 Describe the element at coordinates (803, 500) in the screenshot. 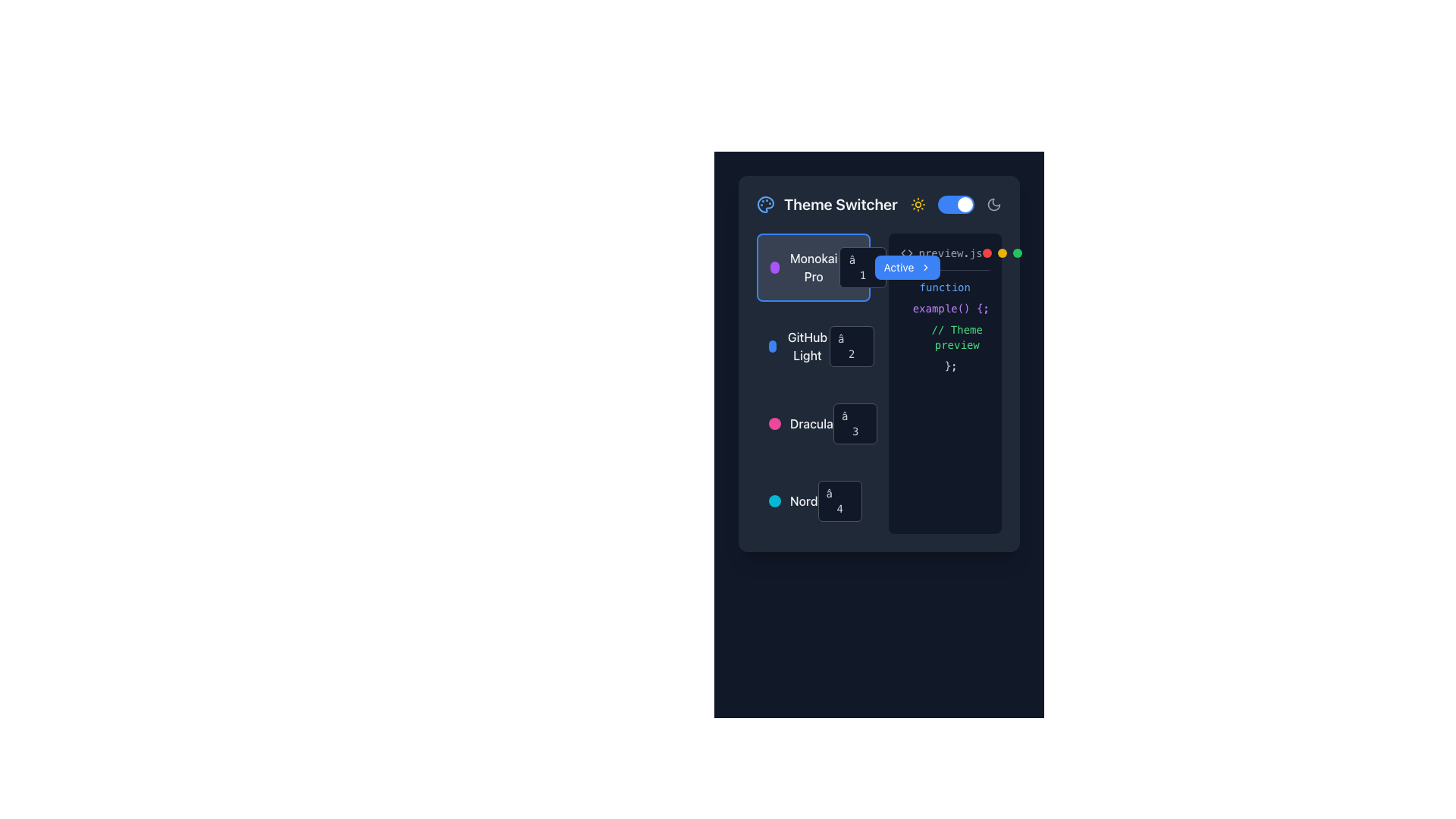

I see `the 'Nord' theme label in the Theme Switcher interface, which is the fourth entry in the vertical list of theme options` at that location.